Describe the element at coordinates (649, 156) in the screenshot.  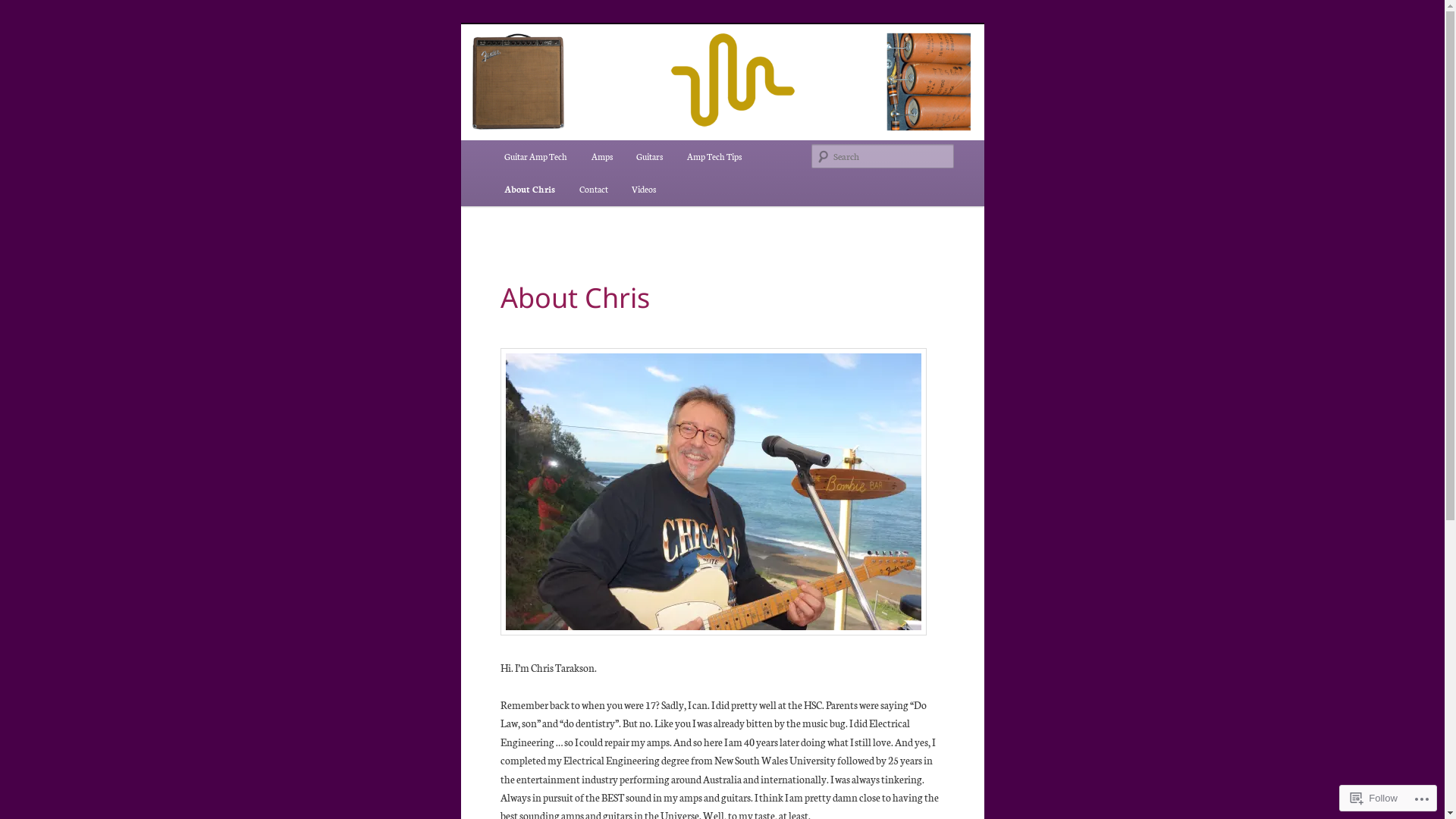
I see `'Guitars'` at that location.